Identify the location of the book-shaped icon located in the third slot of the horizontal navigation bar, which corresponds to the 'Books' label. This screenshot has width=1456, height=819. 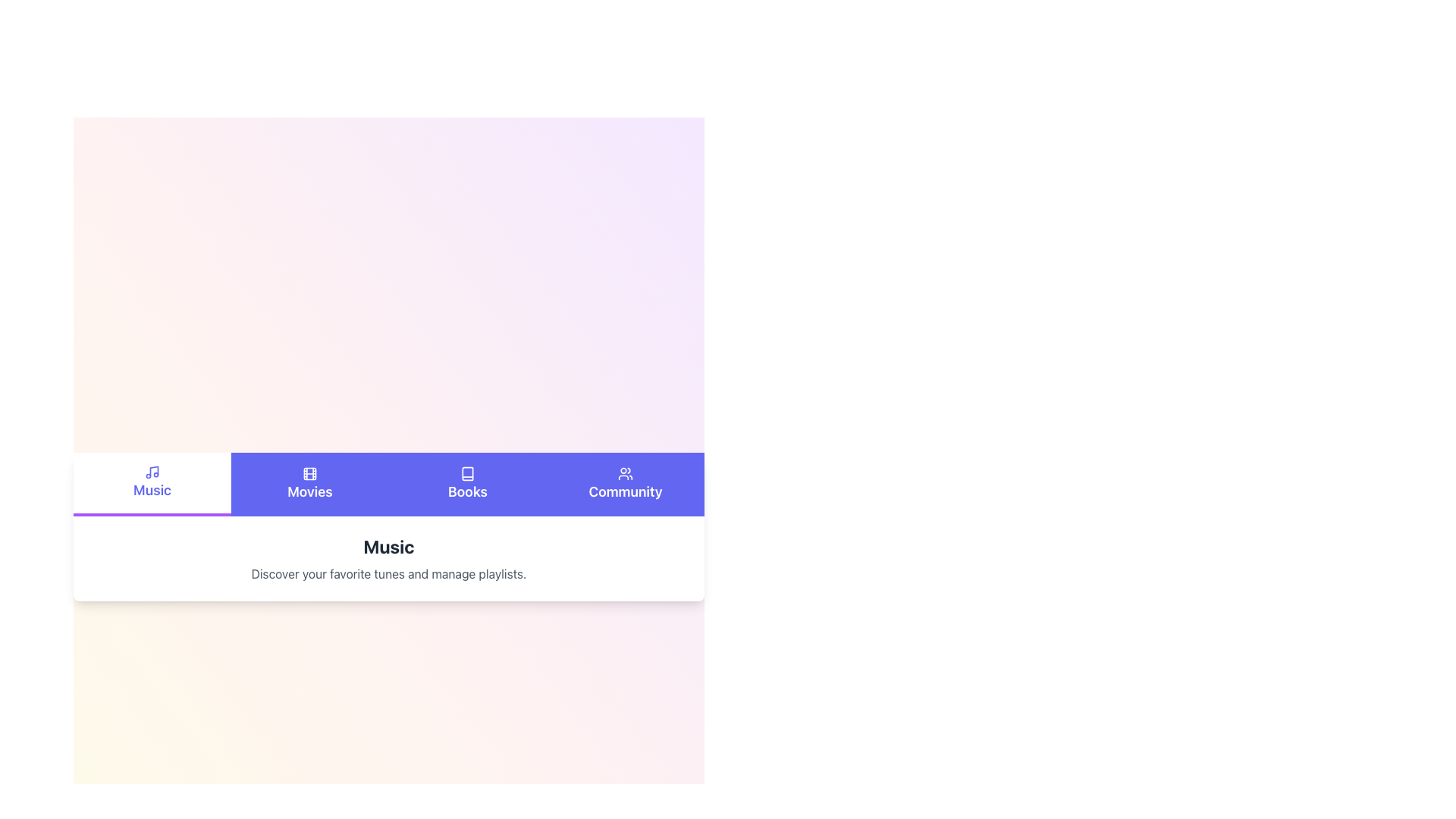
(467, 472).